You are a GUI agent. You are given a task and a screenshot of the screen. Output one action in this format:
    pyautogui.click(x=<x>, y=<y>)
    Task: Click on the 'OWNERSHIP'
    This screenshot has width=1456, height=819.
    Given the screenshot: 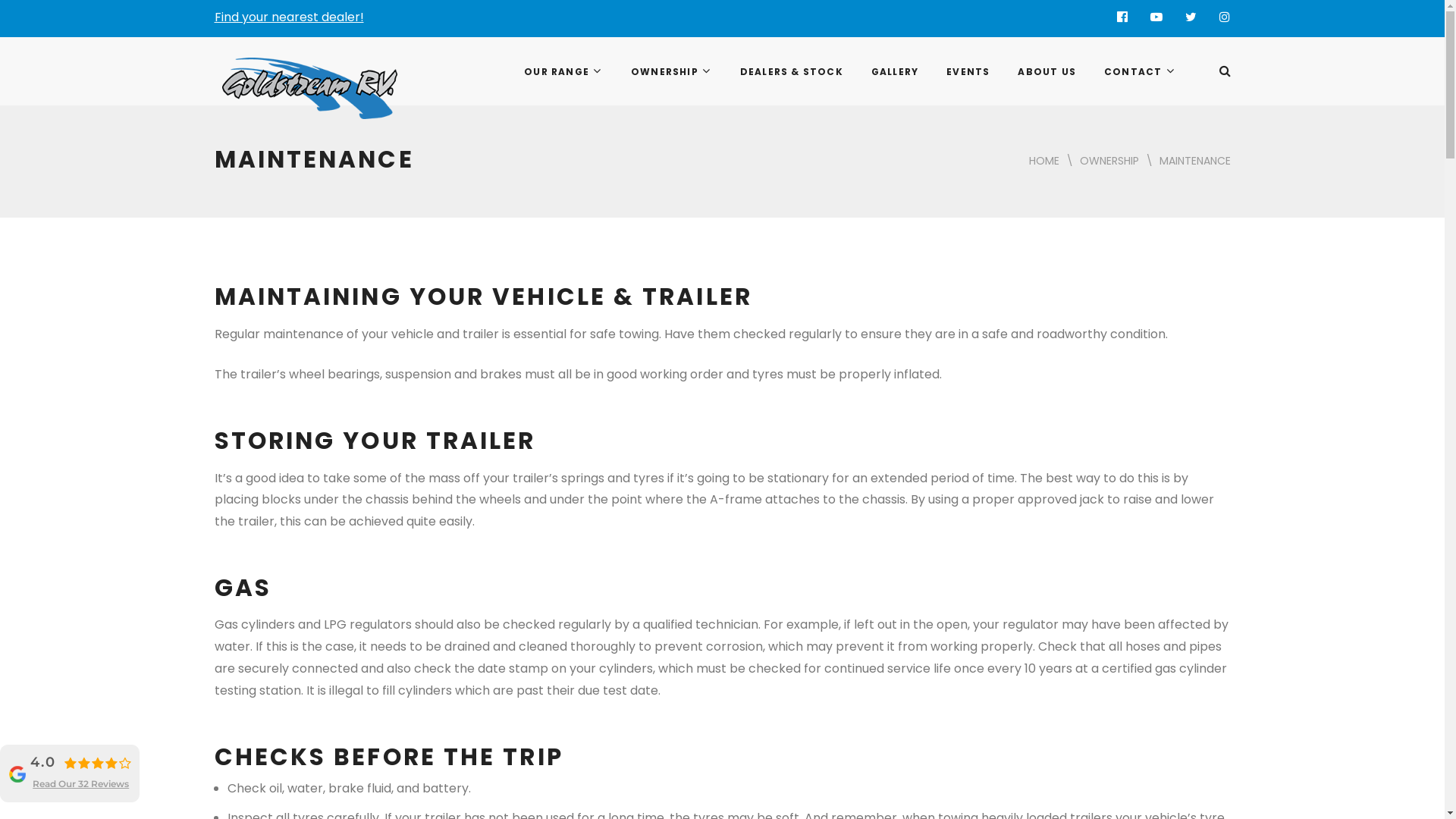 What is the action you would take?
    pyautogui.click(x=615, y=71)
    